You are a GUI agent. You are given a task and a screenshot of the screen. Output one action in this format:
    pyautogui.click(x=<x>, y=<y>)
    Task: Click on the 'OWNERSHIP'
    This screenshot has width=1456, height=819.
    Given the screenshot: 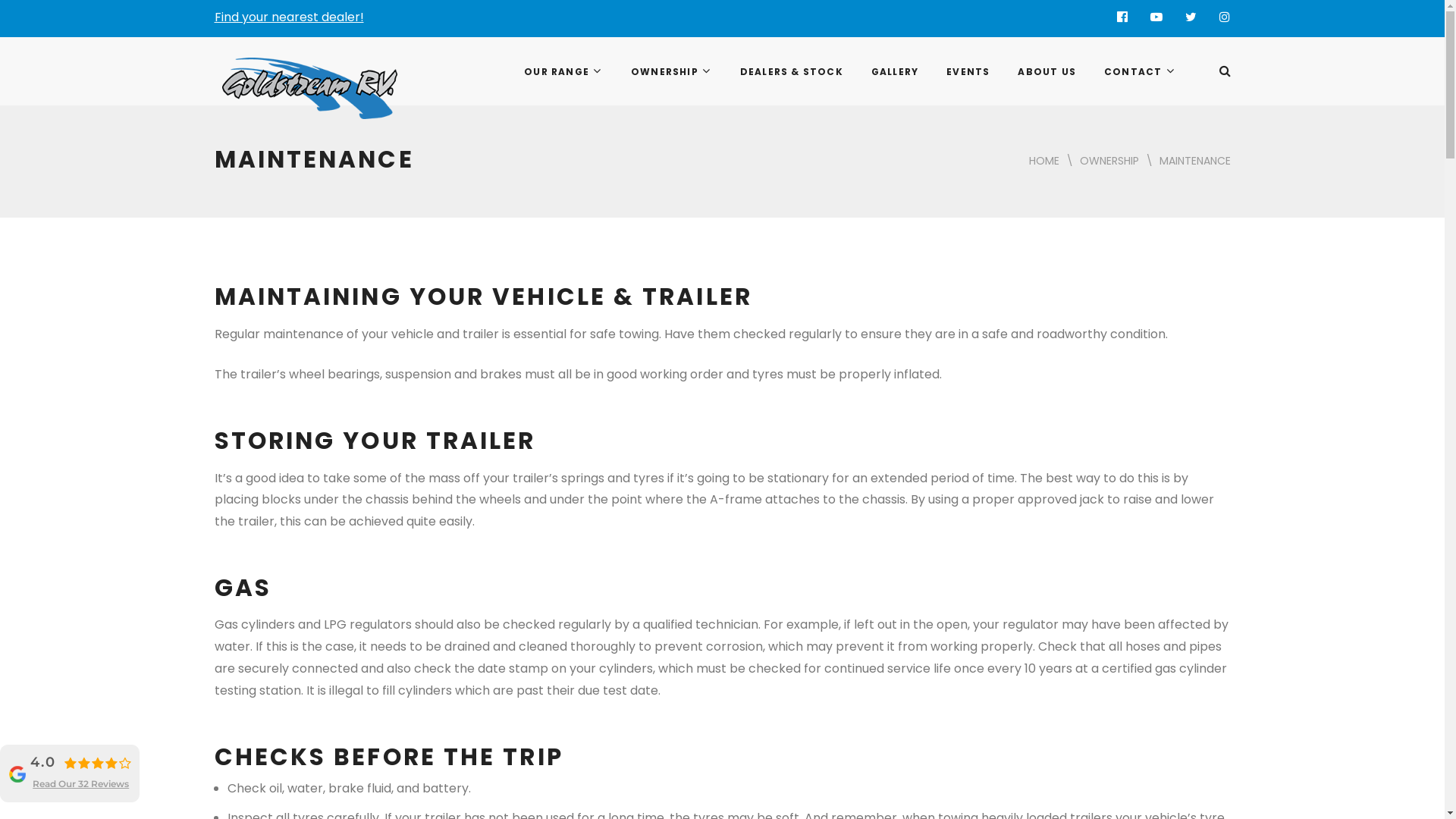 What is the action you would take?
    pyautogui.click(x=615, y=71)
    